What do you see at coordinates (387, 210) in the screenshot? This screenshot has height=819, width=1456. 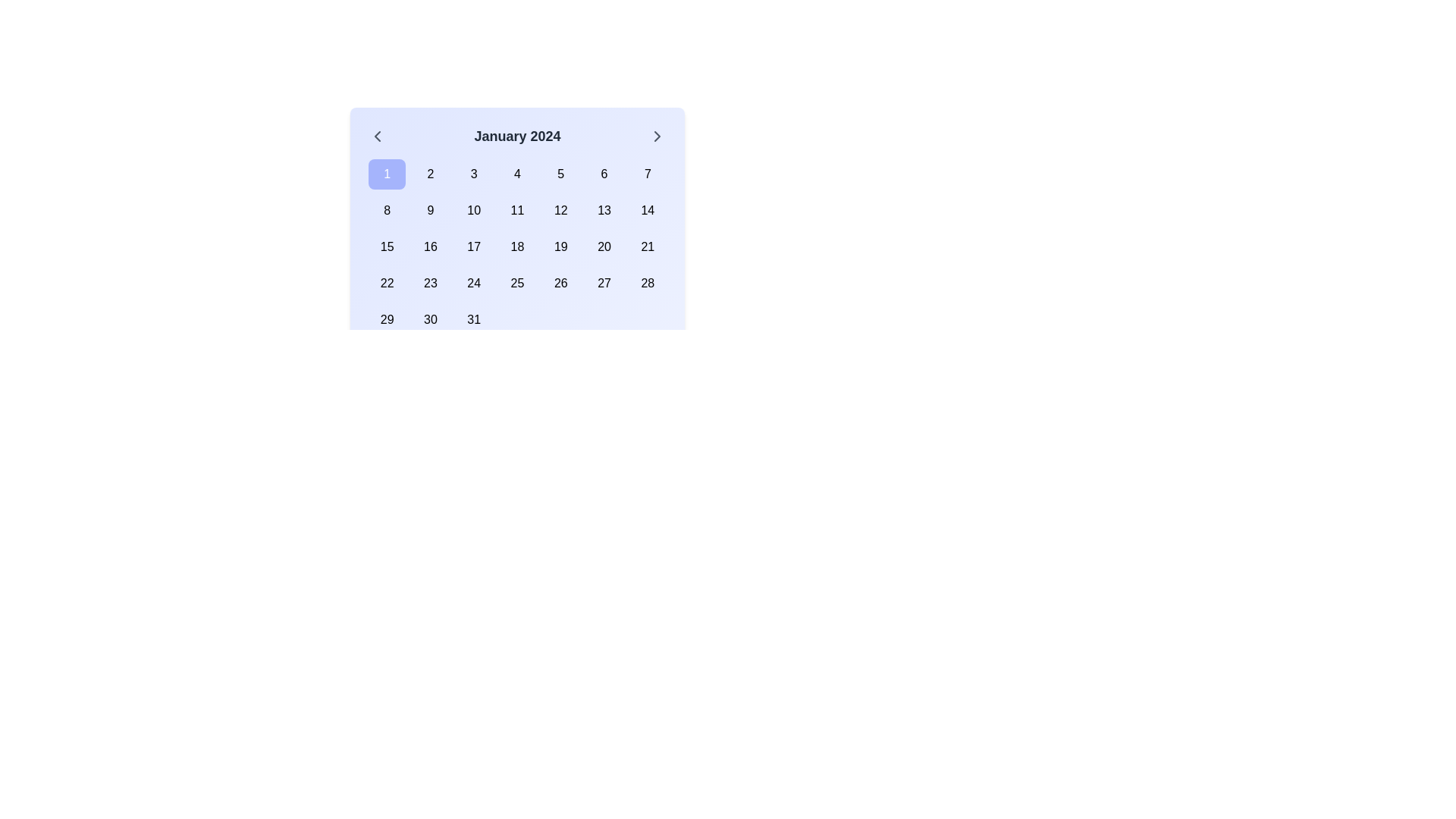 I see `the square button displaying the text '8'` at bounding box center [387, 210].